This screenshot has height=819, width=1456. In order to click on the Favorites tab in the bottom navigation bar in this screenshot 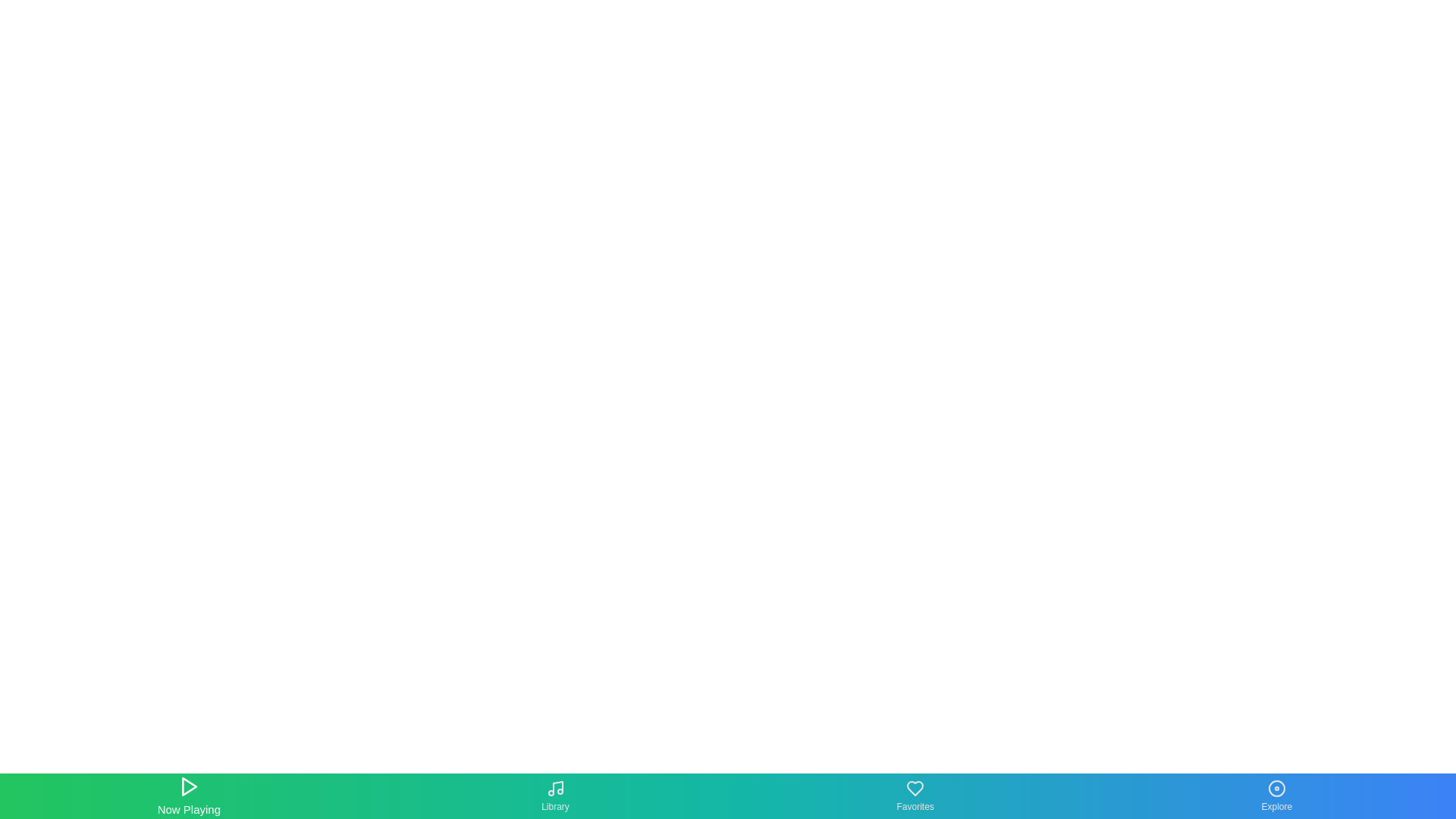, I will do `click(914, 795)`.